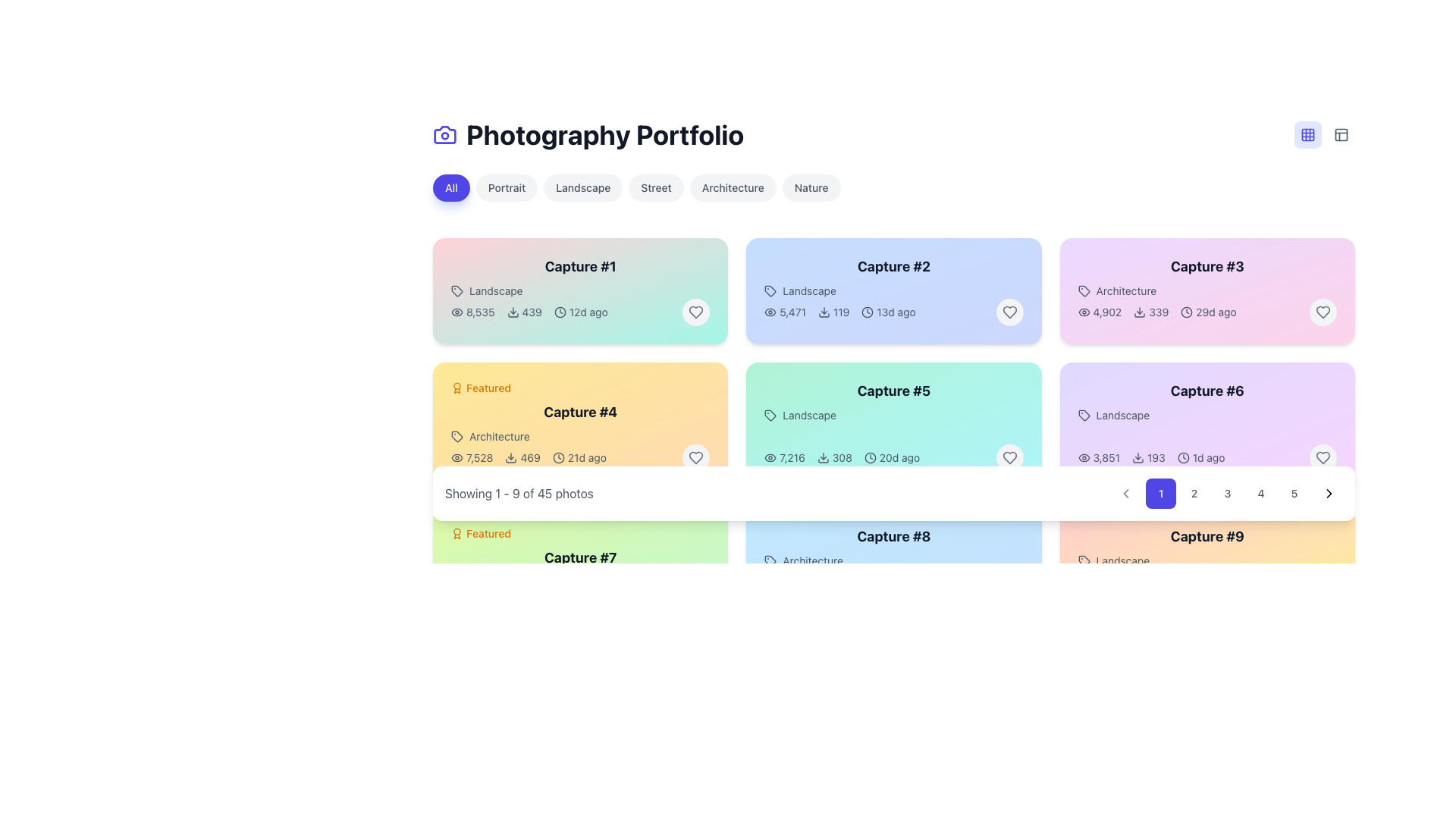 This screenshot has height=819, width=1456. I want to click on the heart icon located in the bottom-right corner of the 'Capture #6' card for possible visual feedback, so click(1323, 457).